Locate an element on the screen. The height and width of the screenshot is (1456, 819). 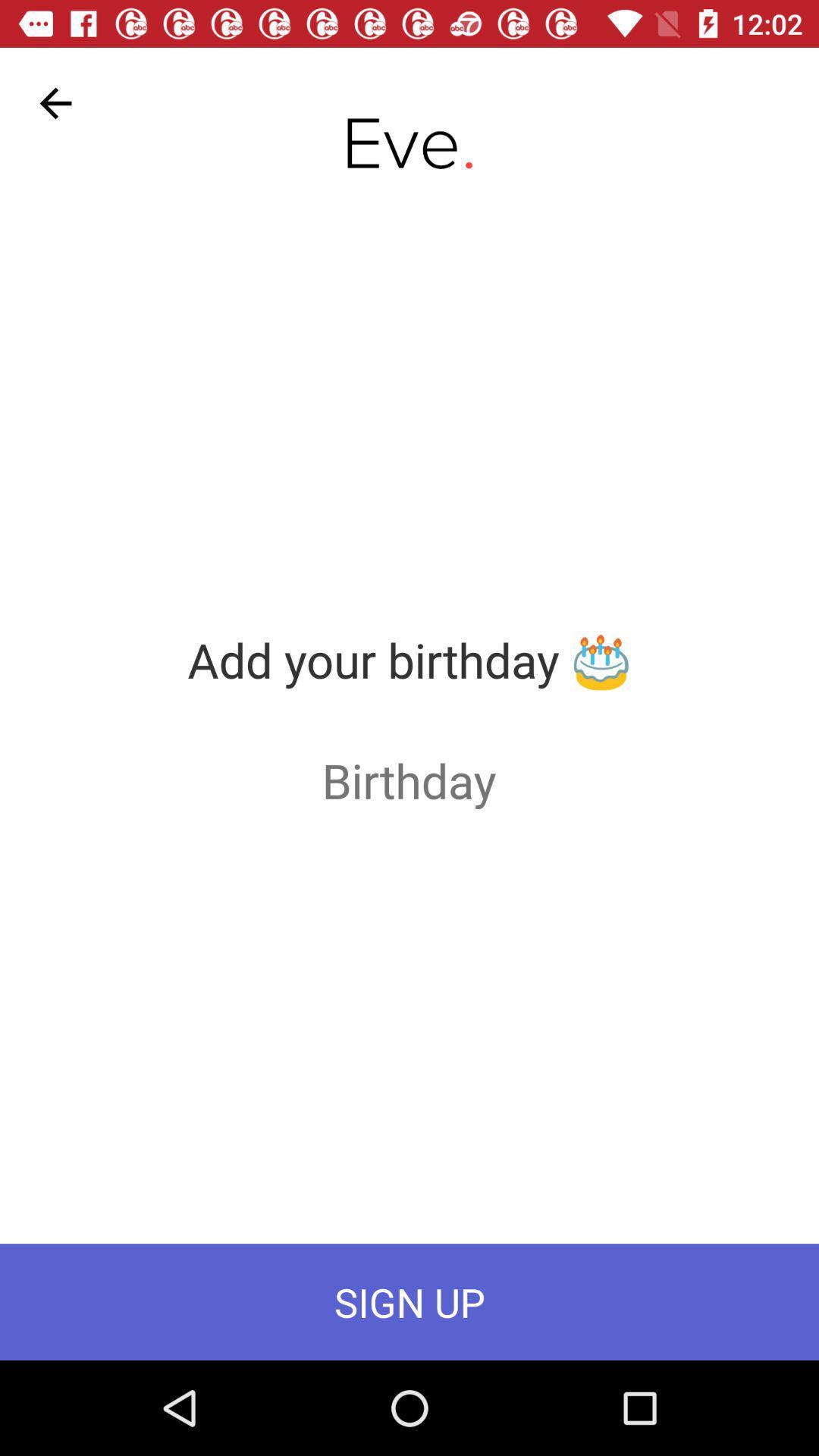
the words is located at coordinates (408, 780).